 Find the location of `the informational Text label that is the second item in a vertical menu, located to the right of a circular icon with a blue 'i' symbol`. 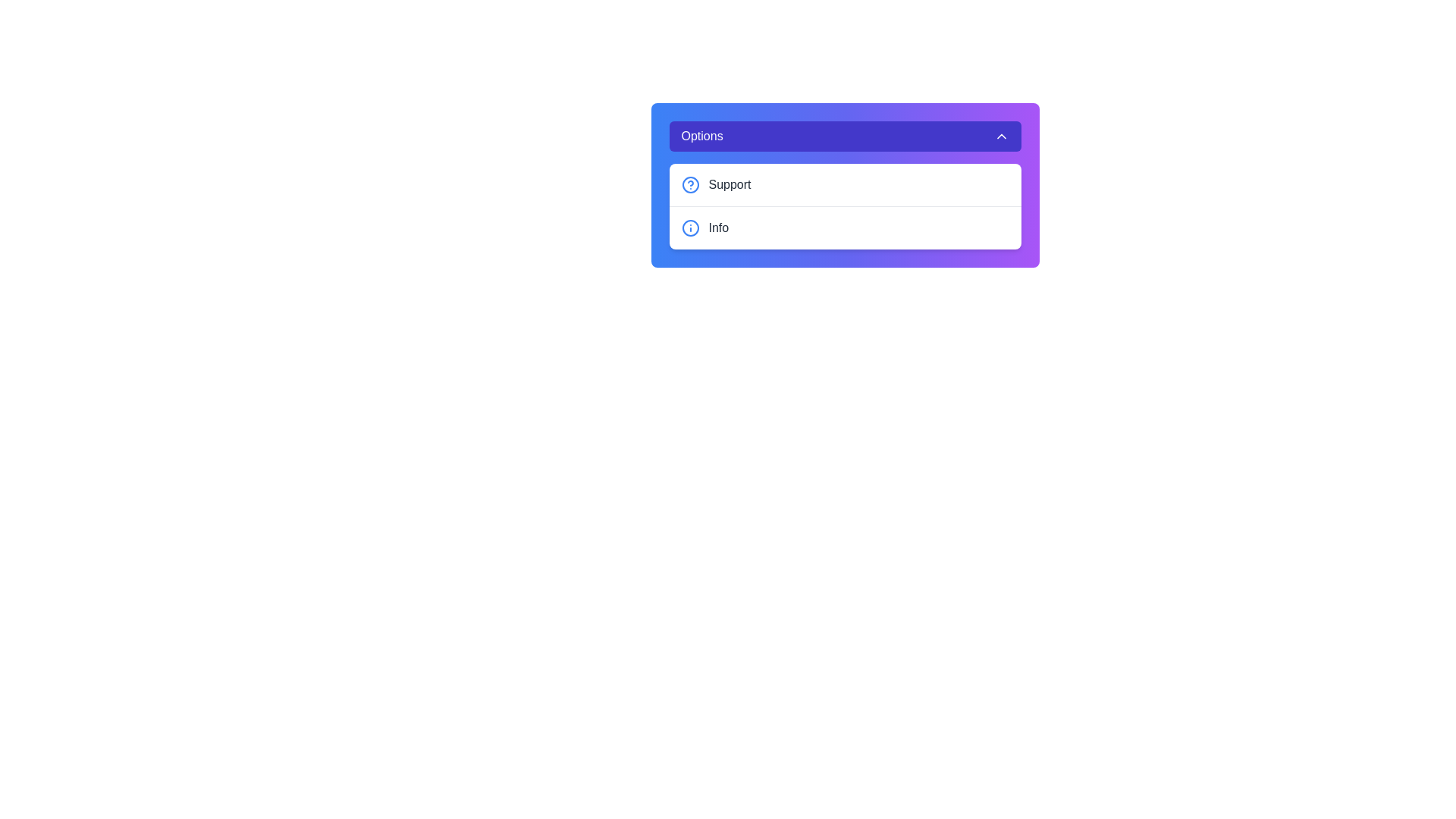

the informational Text label that is the second item in a vertical menu, located to the right of a circular icon with a blue 'i' symbol is located at coordinates (717, 227).